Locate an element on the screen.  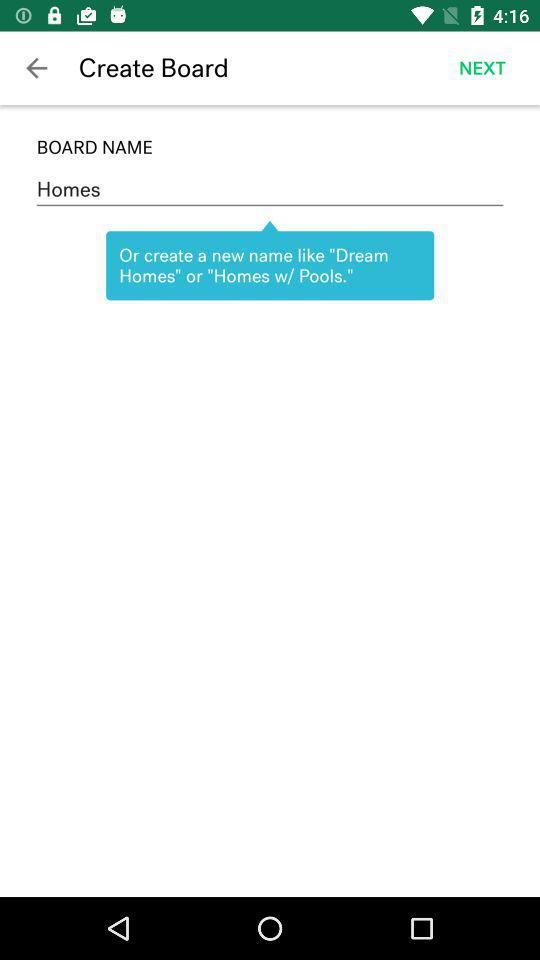
go back is located at coordinates (36, 68).